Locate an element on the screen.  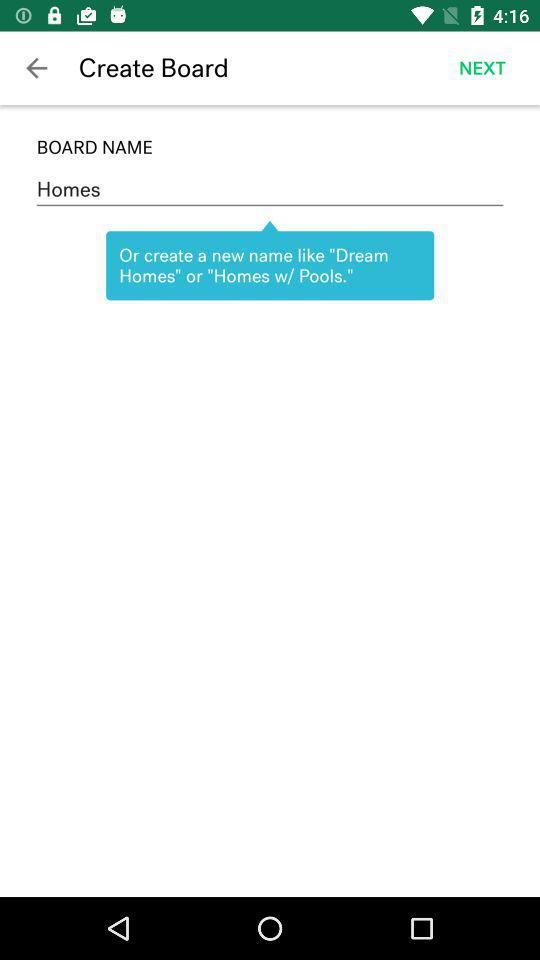
go back is located at coordinates (36, 68).